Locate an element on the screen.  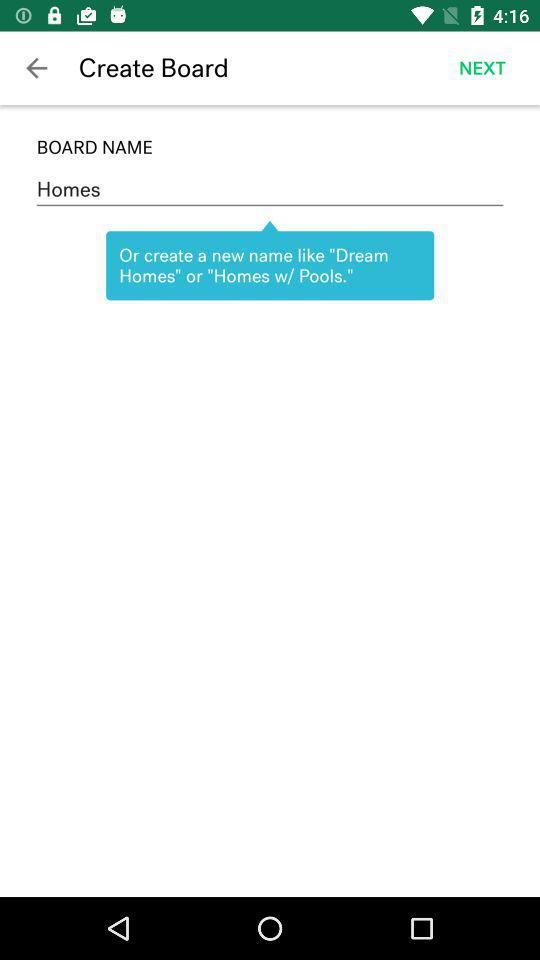
go back is located at coordinates (36, 68).